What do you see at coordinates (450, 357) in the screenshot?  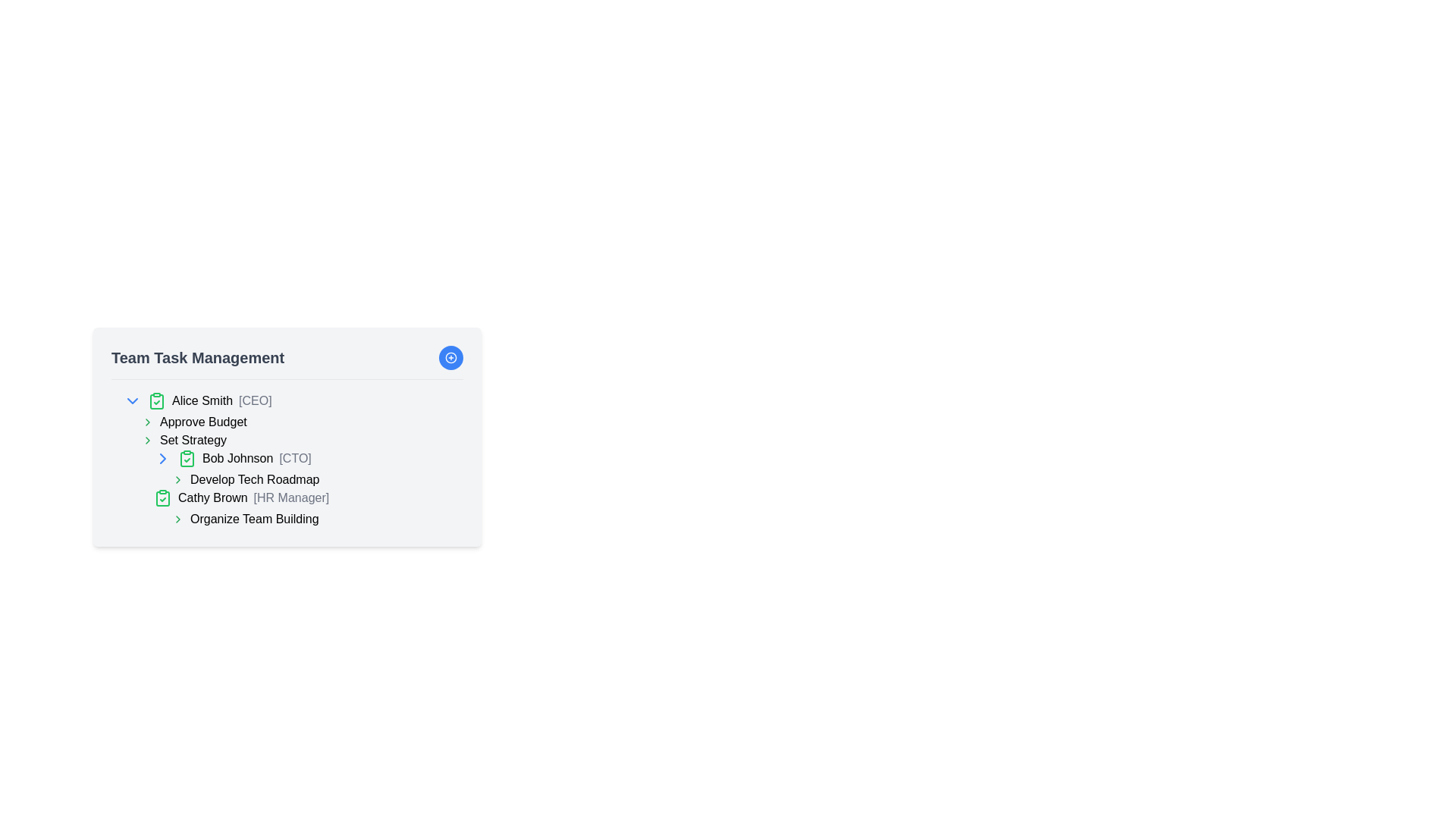 I see `the circular outline of the 'circle plus' icon located in the top-right corner of the 'Team Task Management' card, which features a 2px border and a theme color consistent with the interface` at bounding box center [450, 357].